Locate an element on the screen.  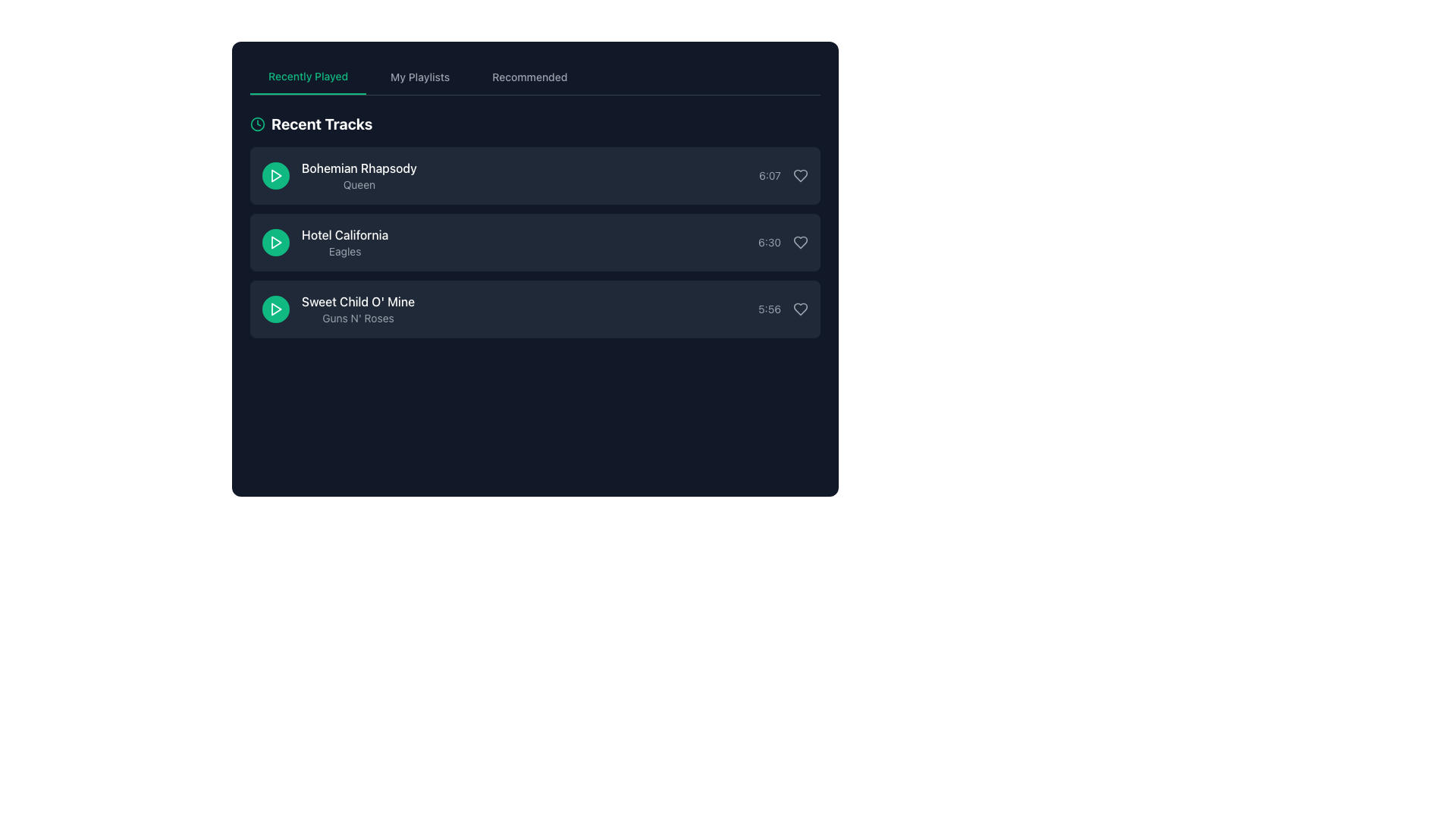
the non-interactive text label displaying the title 'Eagles' in the 'Recent Tracks' section, which is the second entry in the playlist is located at coordinates (344, 234).